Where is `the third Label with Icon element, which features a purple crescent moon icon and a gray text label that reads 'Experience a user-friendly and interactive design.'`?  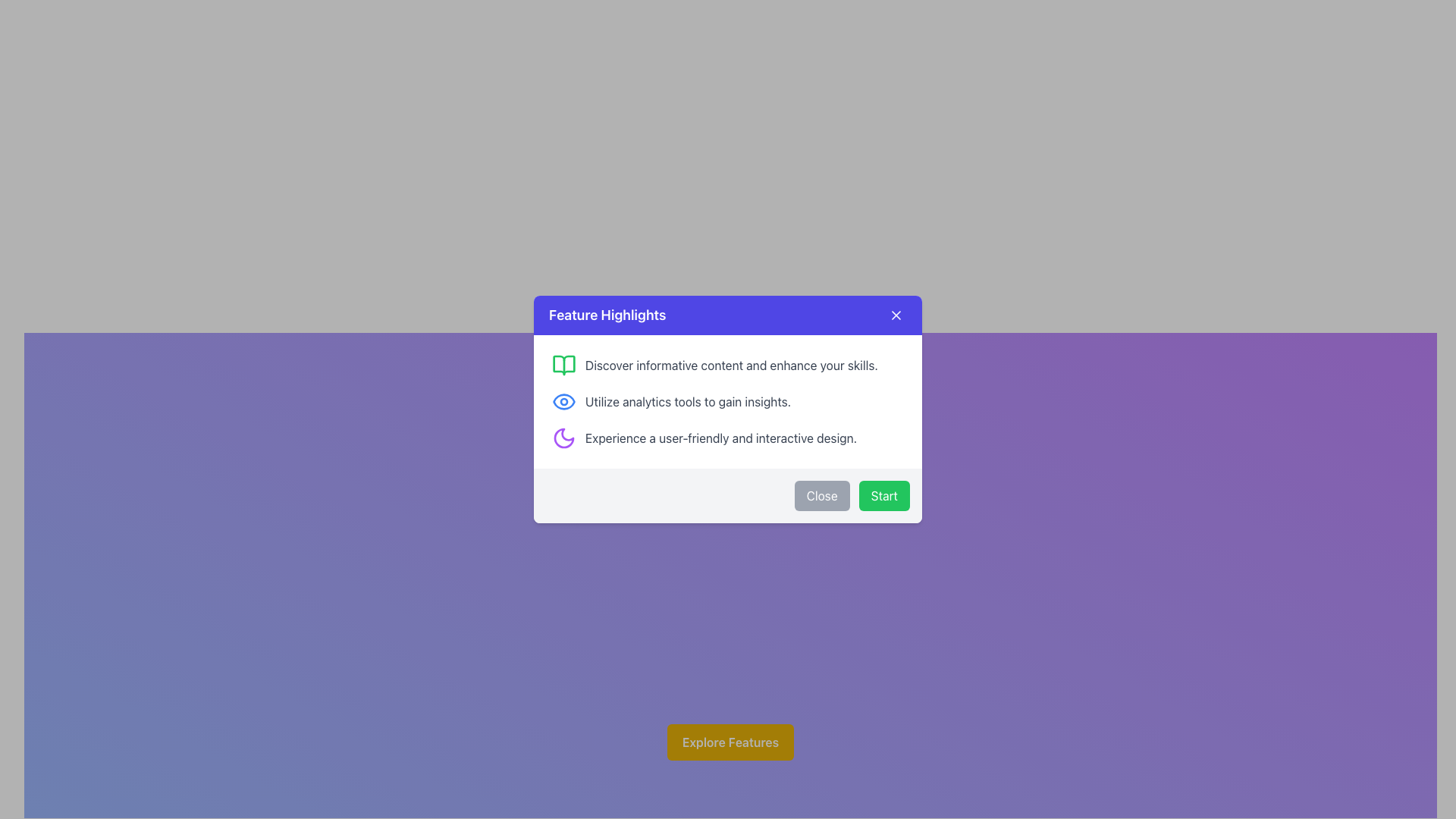 the third Label with Icon element, which features a purple crescent moon icon and a gray text label that reads 'Experience a user-friendly and interactive design.' is located at coordinates (728, 438).